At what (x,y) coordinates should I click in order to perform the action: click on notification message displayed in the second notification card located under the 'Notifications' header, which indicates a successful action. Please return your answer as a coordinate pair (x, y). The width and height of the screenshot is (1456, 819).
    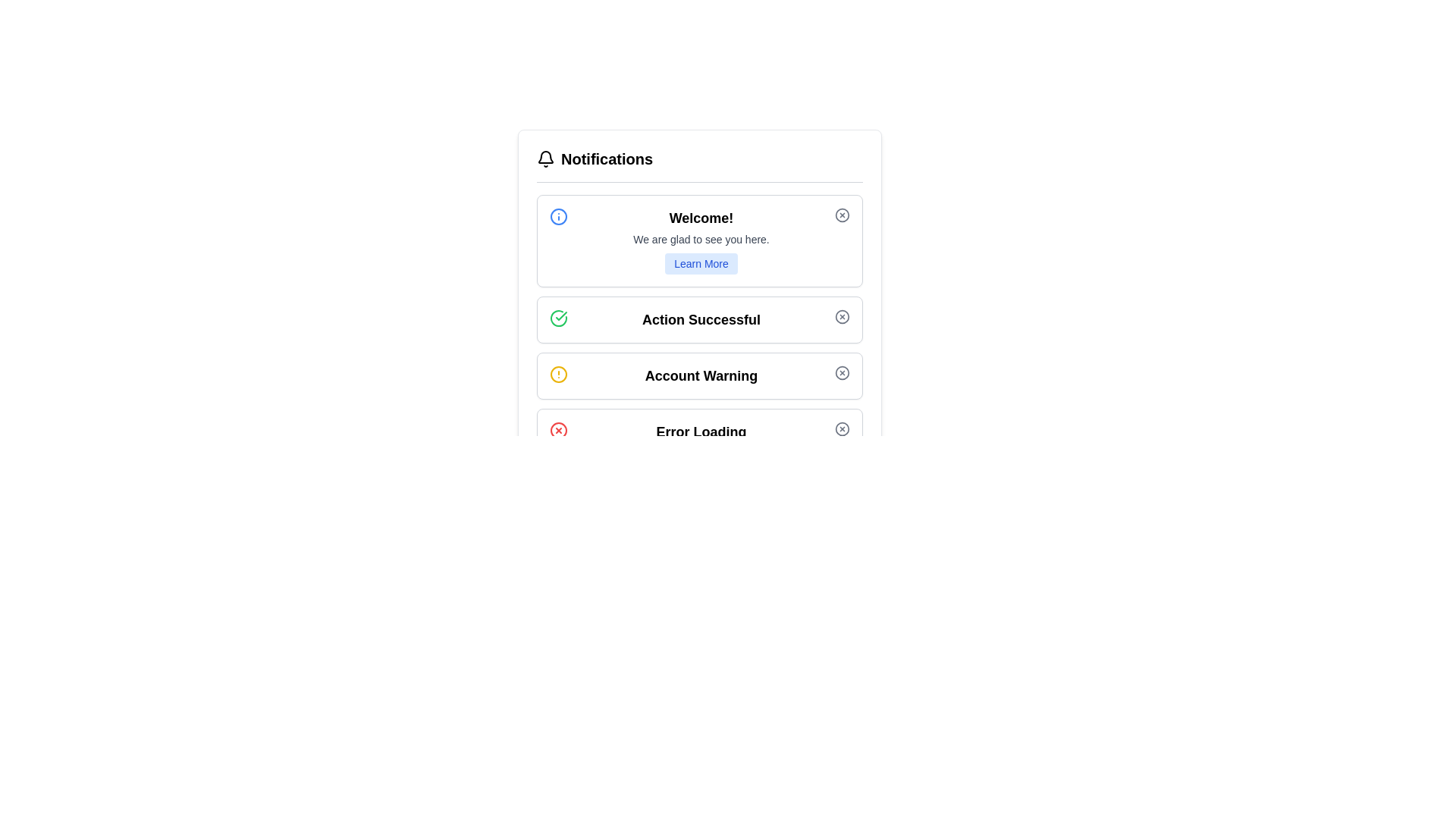
    Looking at the image, I should click on (701, 318).